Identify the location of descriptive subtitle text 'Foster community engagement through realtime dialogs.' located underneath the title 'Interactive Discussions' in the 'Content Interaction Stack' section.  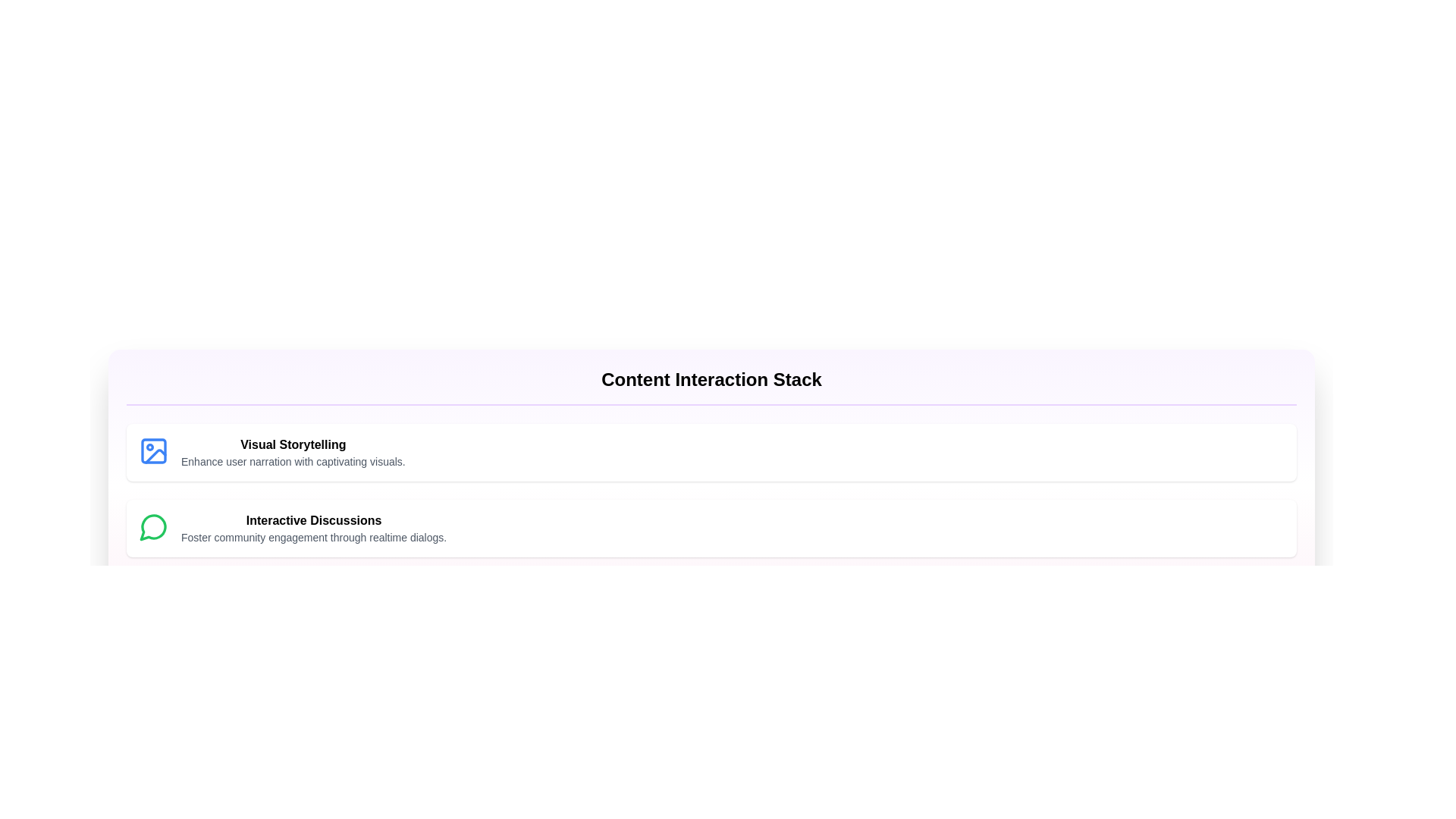
(313, 537).